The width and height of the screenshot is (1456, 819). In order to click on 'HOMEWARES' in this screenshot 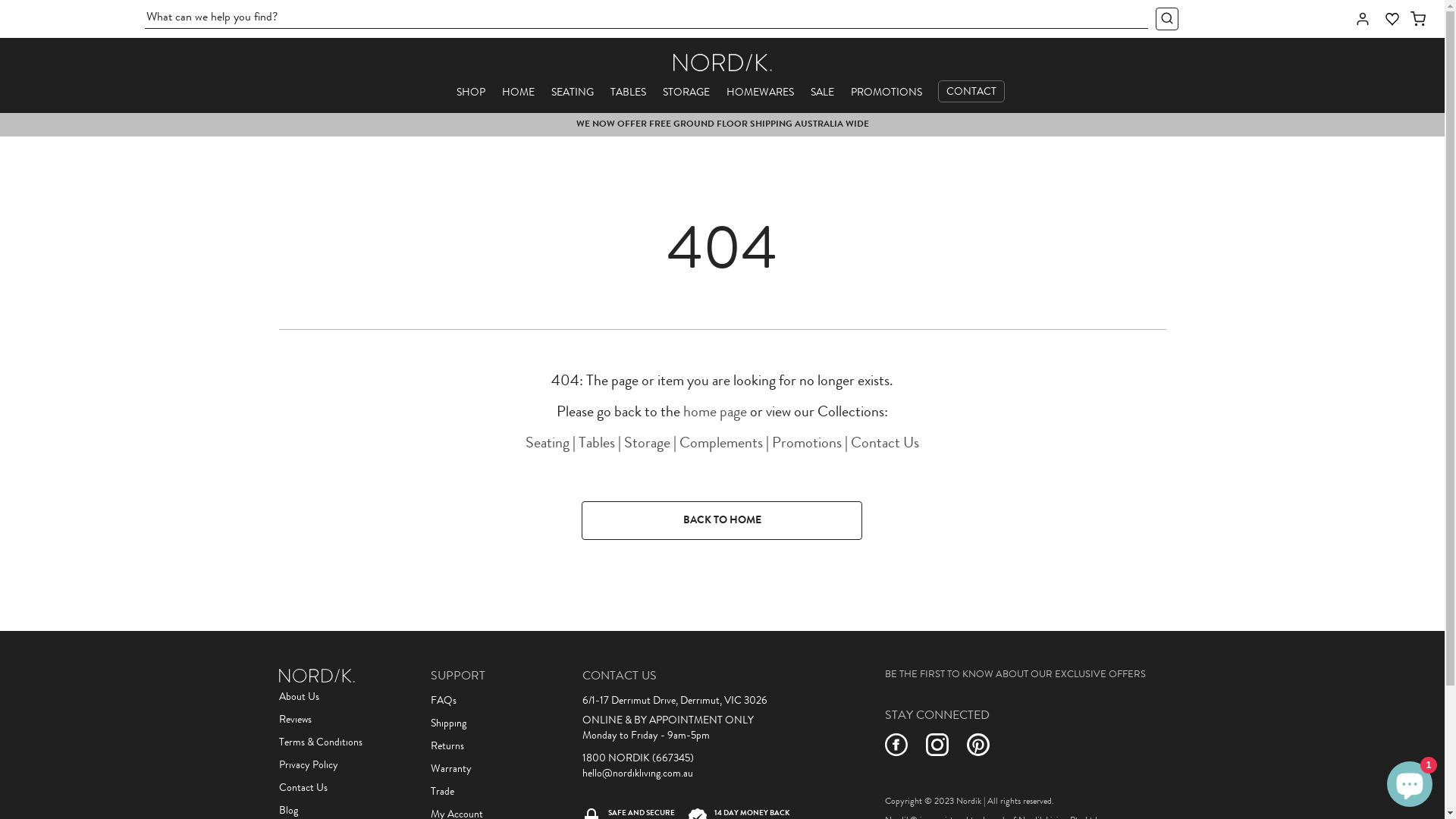, I will do `click(760, 93)`.